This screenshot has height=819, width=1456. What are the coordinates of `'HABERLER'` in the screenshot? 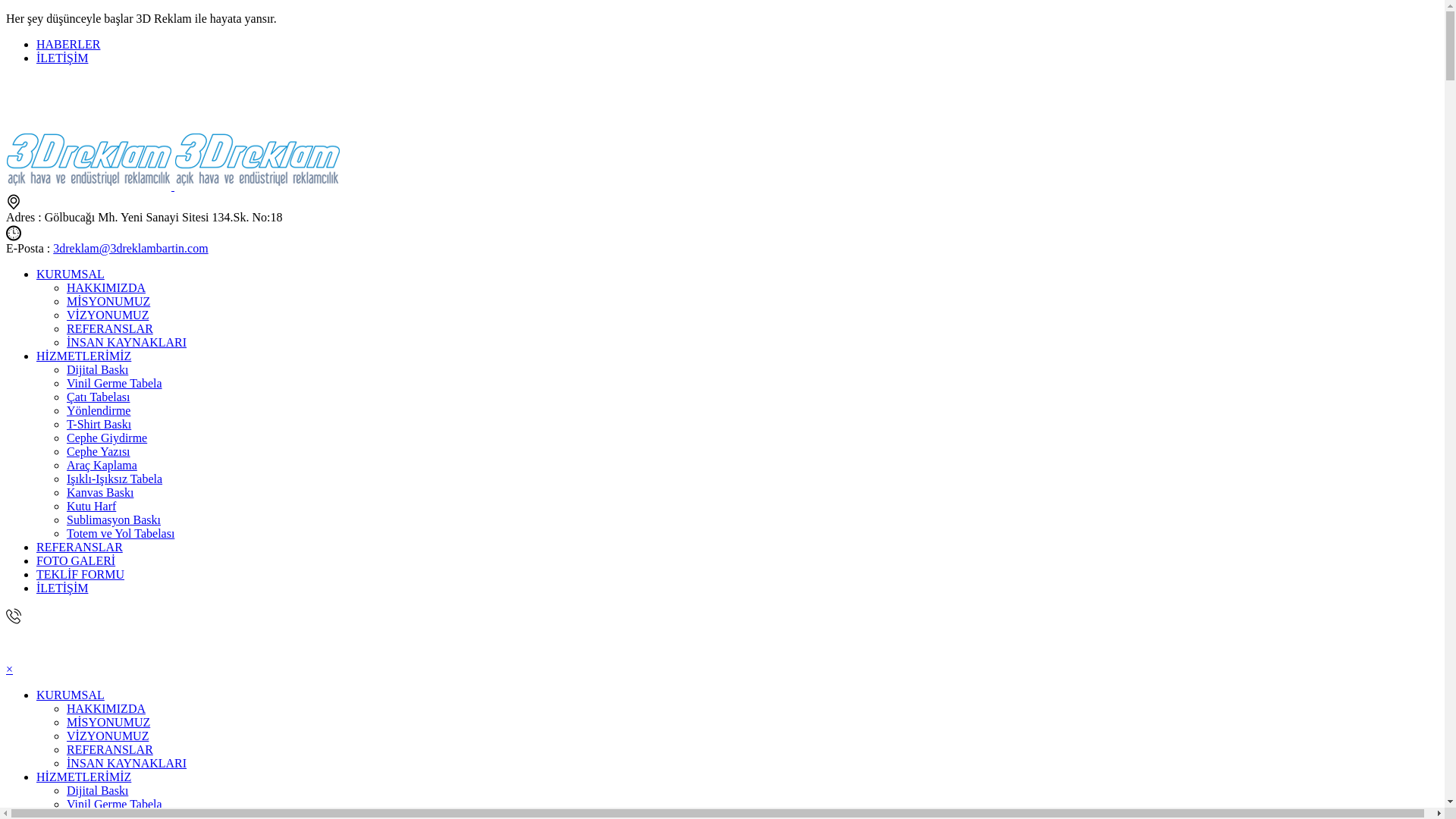 It's located at (67, 43).